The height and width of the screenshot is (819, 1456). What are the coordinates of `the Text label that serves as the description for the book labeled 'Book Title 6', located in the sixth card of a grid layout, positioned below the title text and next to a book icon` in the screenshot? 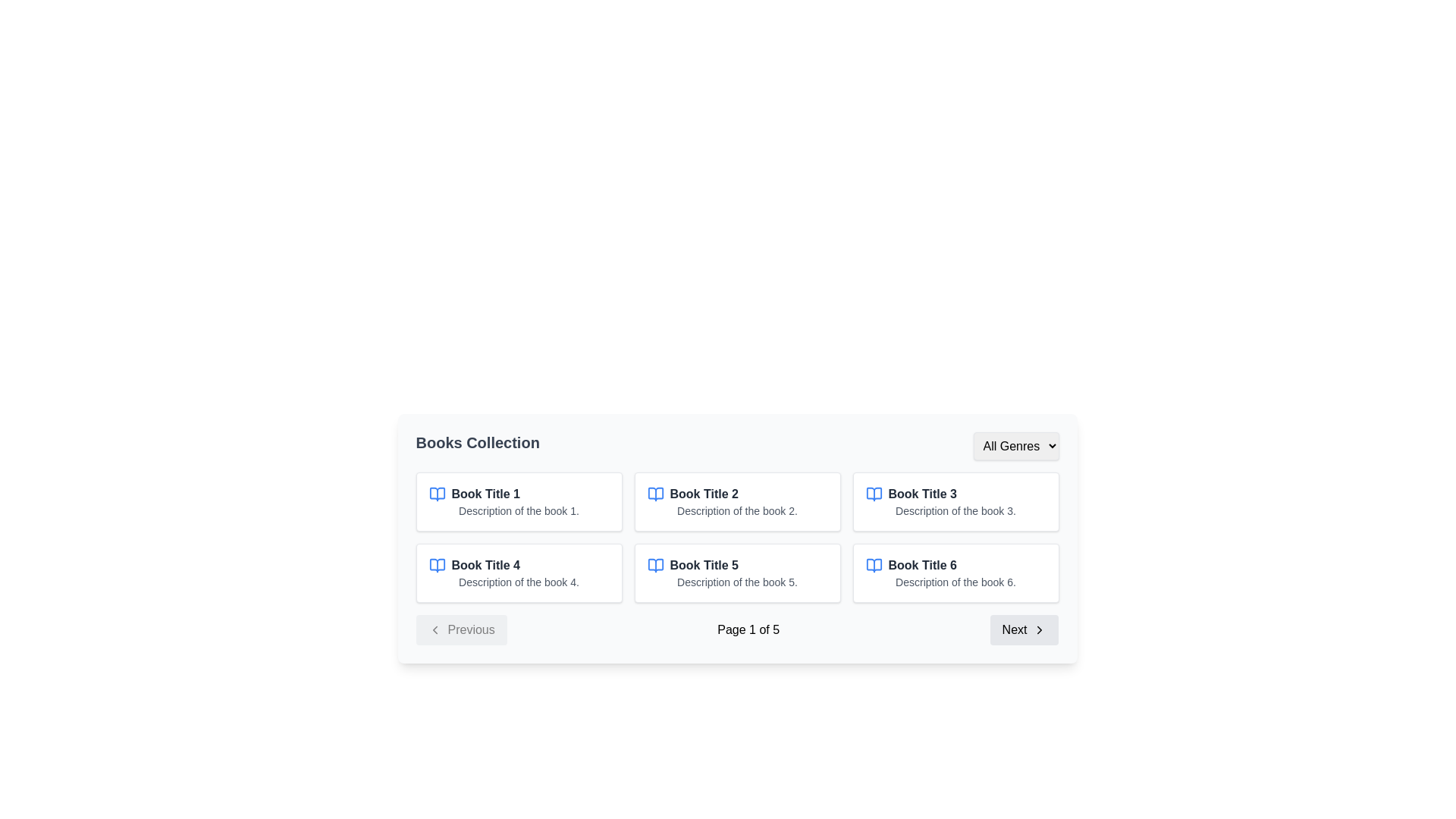 It's located at (955, 581).